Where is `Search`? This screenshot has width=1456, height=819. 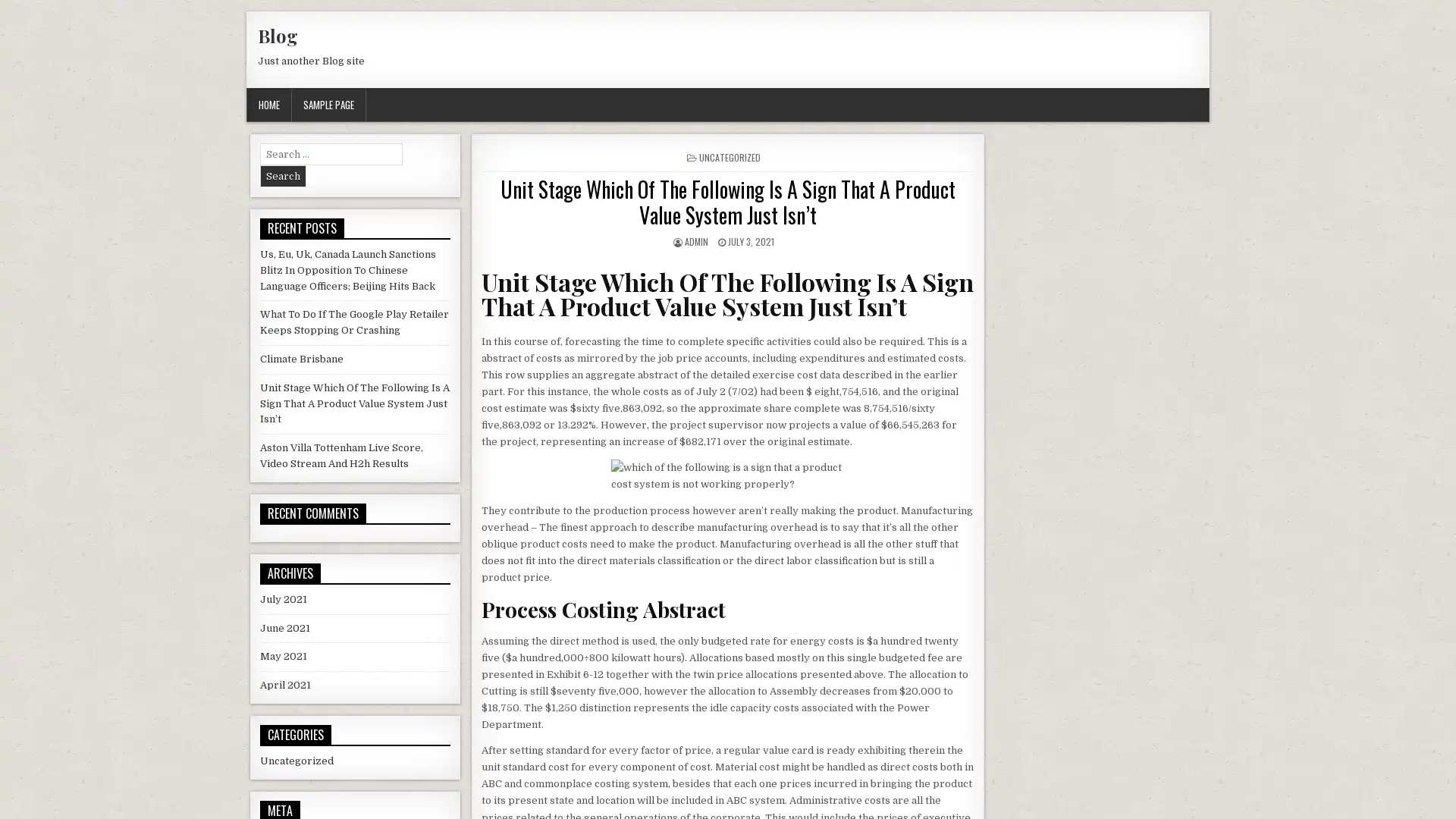
Search is located at coordinates (283, 175).